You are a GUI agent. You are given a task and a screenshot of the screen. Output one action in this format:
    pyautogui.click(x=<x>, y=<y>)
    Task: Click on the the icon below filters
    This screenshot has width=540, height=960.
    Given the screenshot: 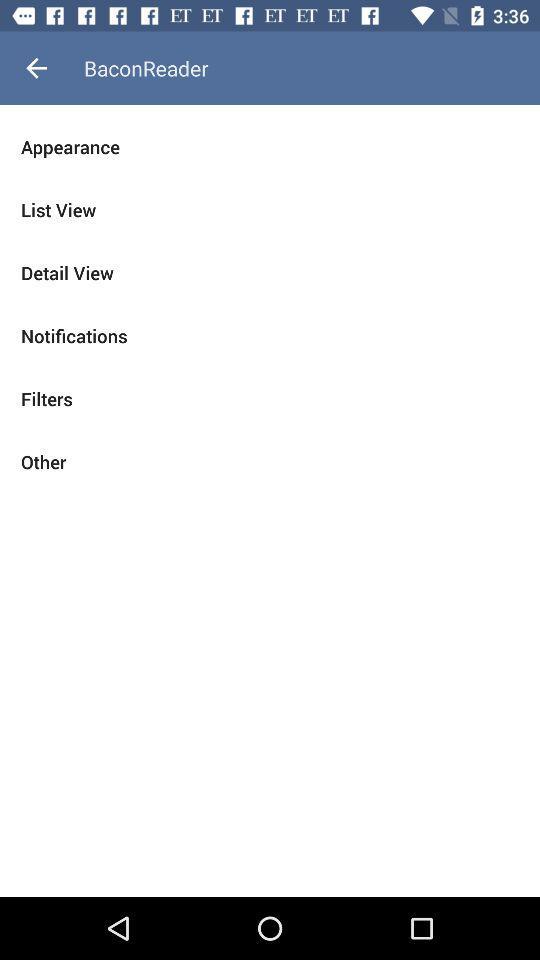 What is the action you would take?
    pyautogui.click(x=270, y=462)
    